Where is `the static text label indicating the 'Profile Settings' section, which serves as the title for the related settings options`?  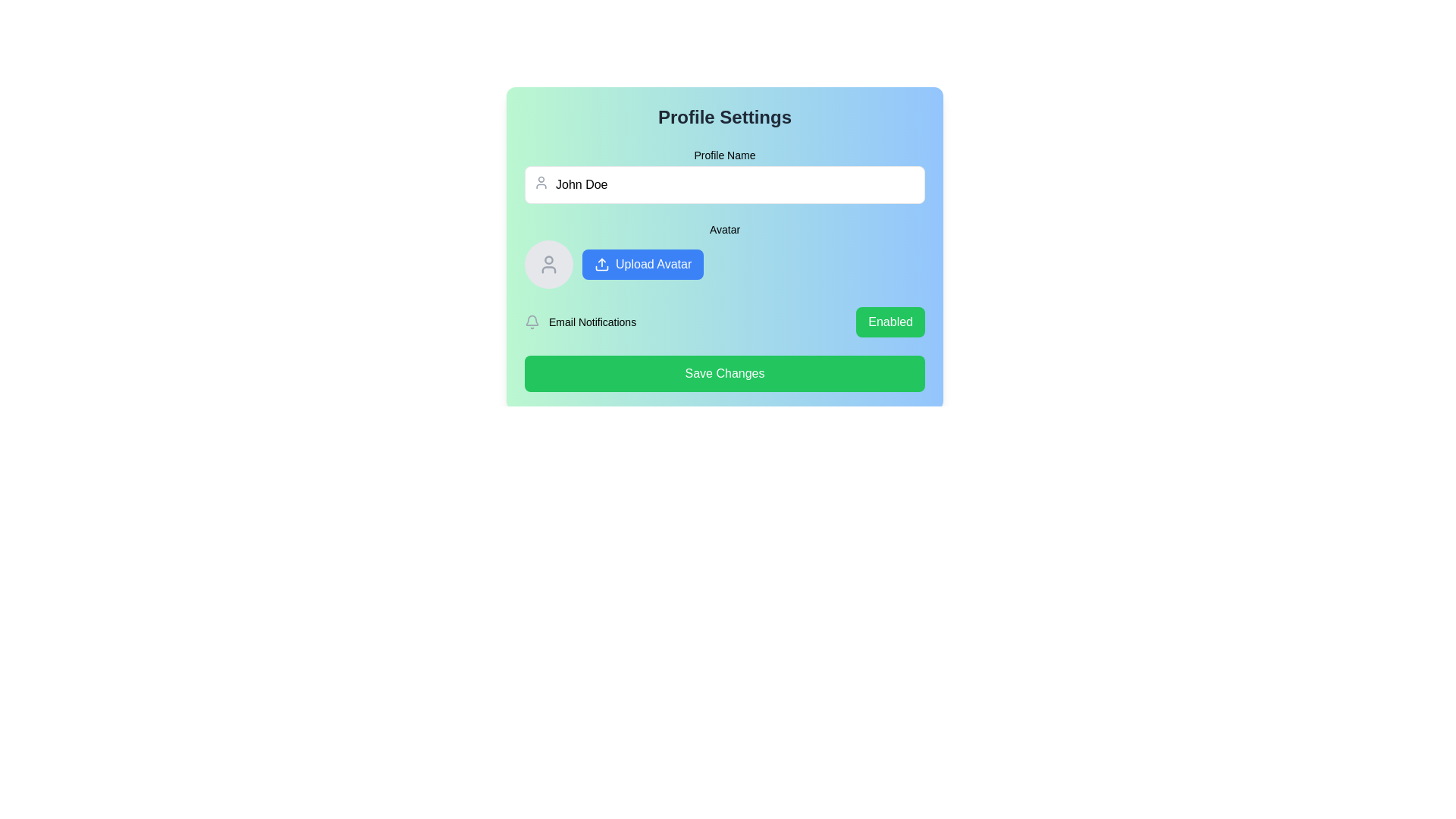 the static text label indicating the 'Profile Settings' section, which serves as the title for the related settings options is located at coordinates (723, 116).